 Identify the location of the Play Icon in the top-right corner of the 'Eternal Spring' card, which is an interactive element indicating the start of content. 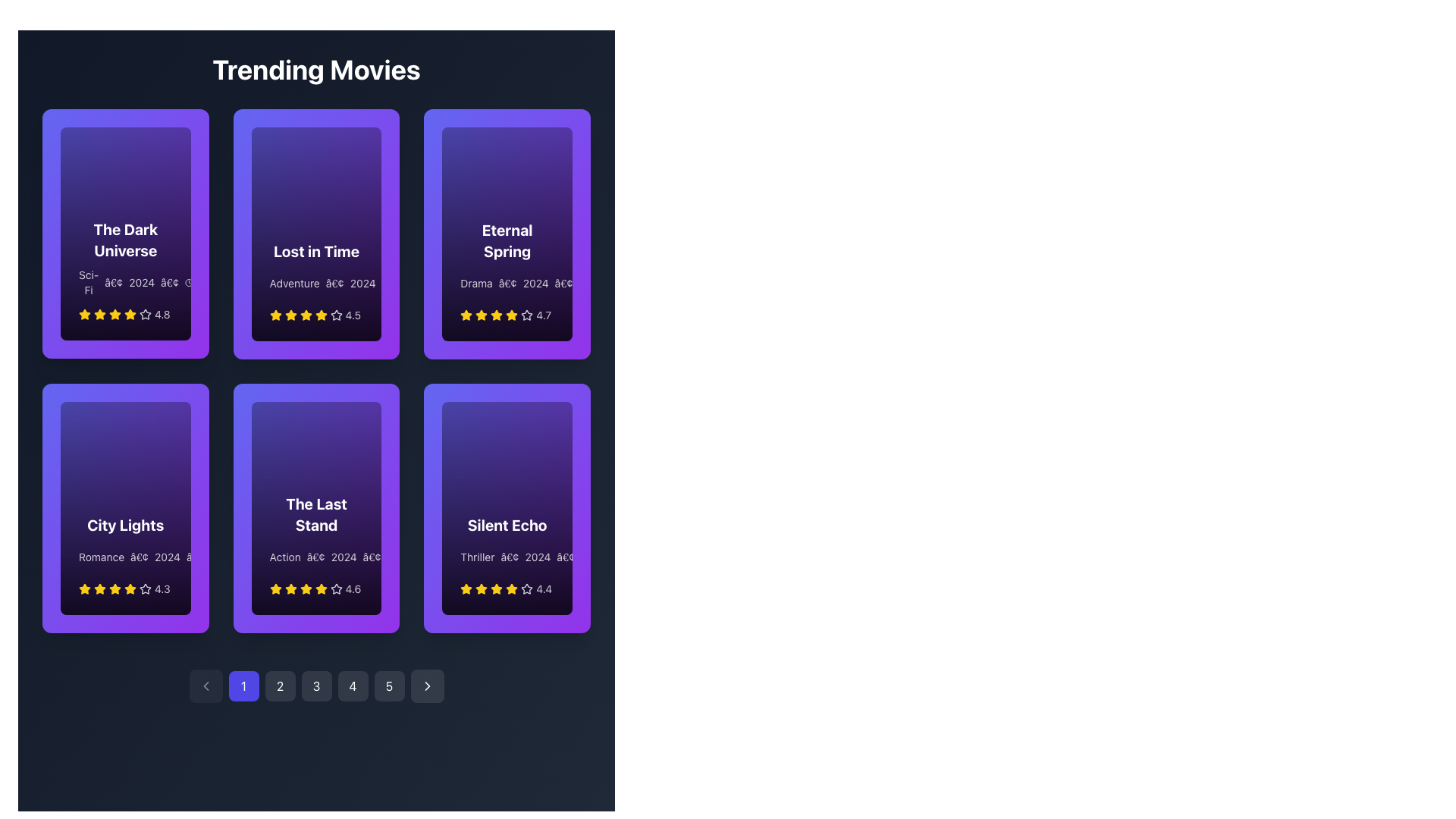
(564, 140).